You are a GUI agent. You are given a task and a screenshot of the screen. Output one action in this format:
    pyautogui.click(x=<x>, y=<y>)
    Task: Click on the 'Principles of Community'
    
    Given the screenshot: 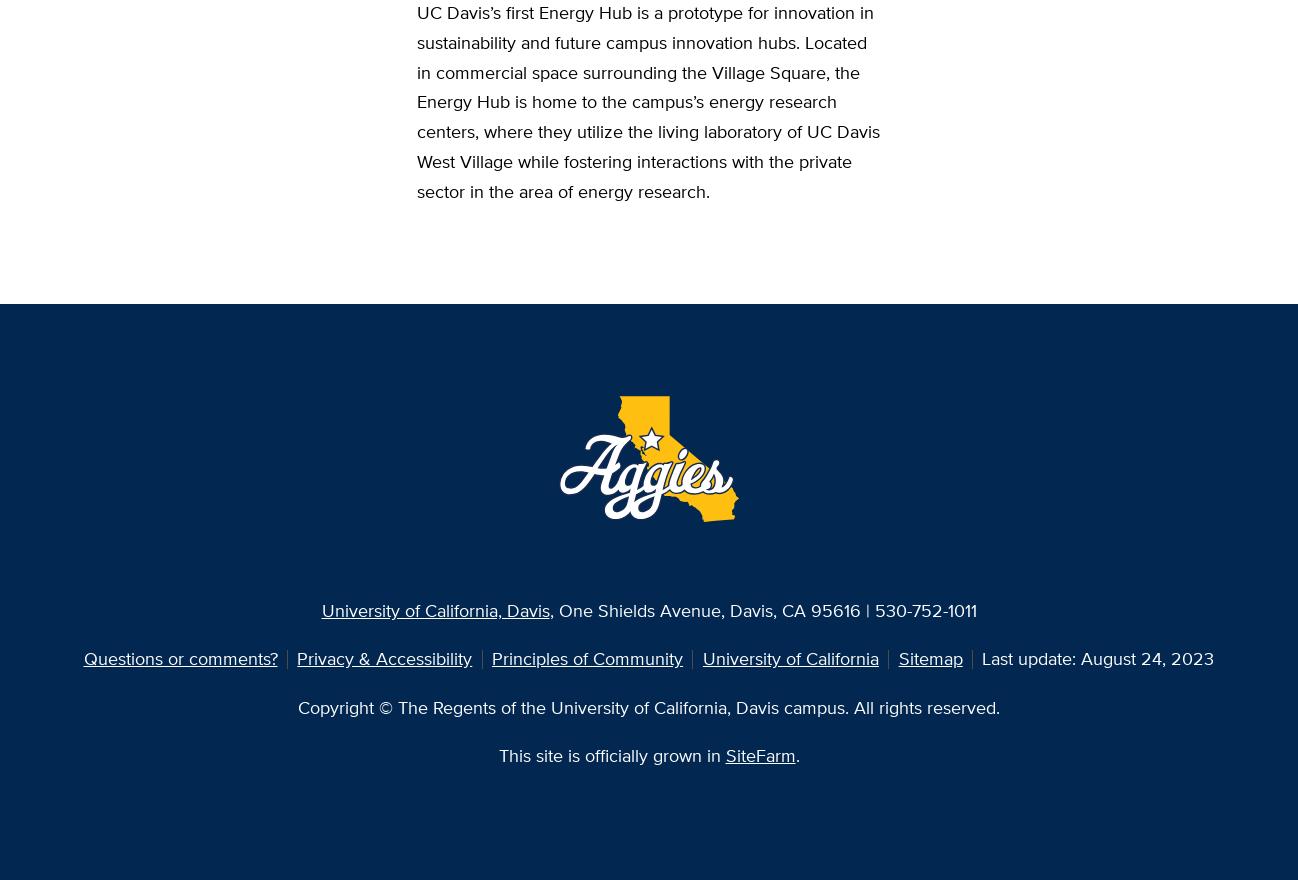 What is the action you would take?
    pyautogui.click(x=491, y=658)
    